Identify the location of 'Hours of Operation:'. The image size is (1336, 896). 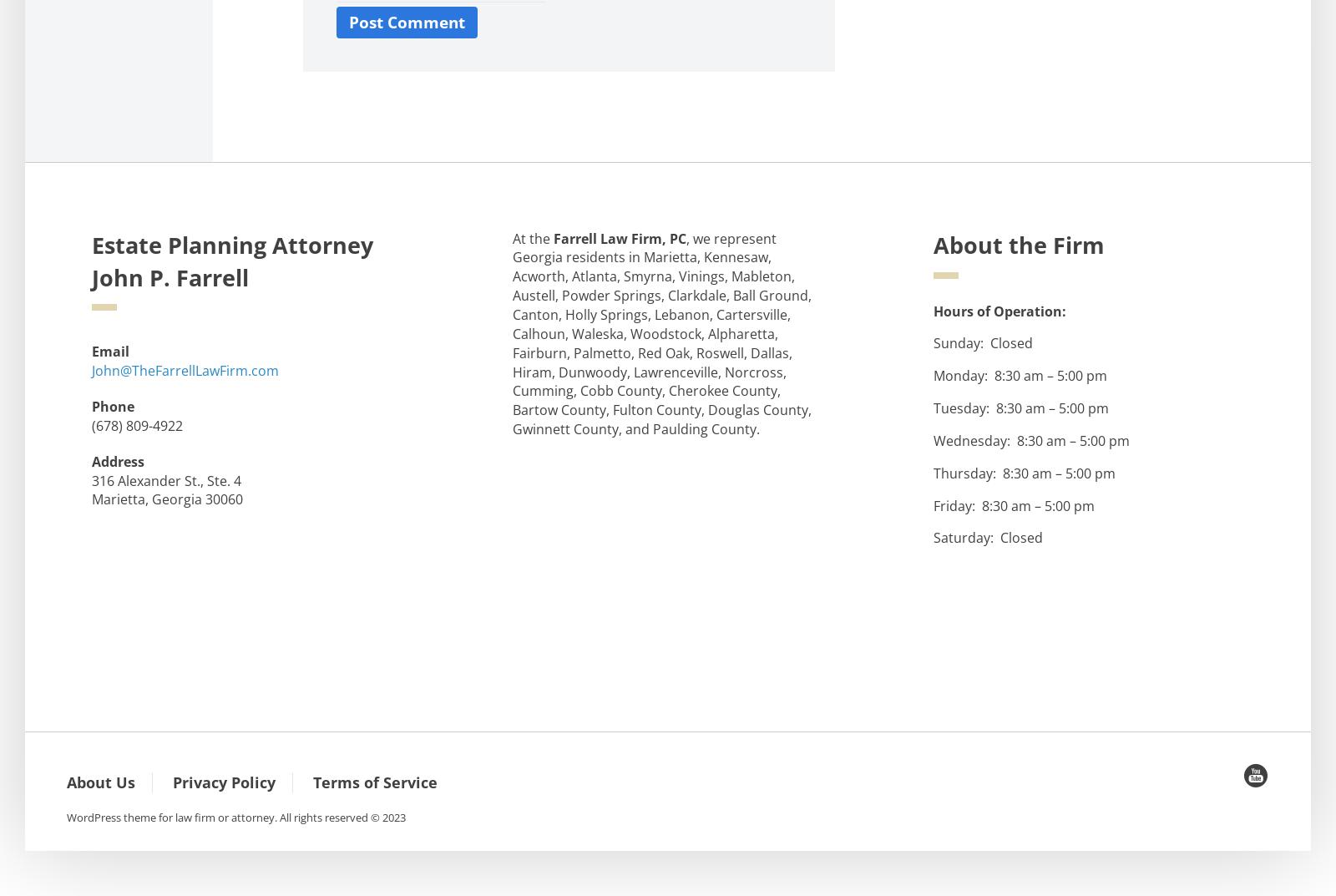
(999, 310).